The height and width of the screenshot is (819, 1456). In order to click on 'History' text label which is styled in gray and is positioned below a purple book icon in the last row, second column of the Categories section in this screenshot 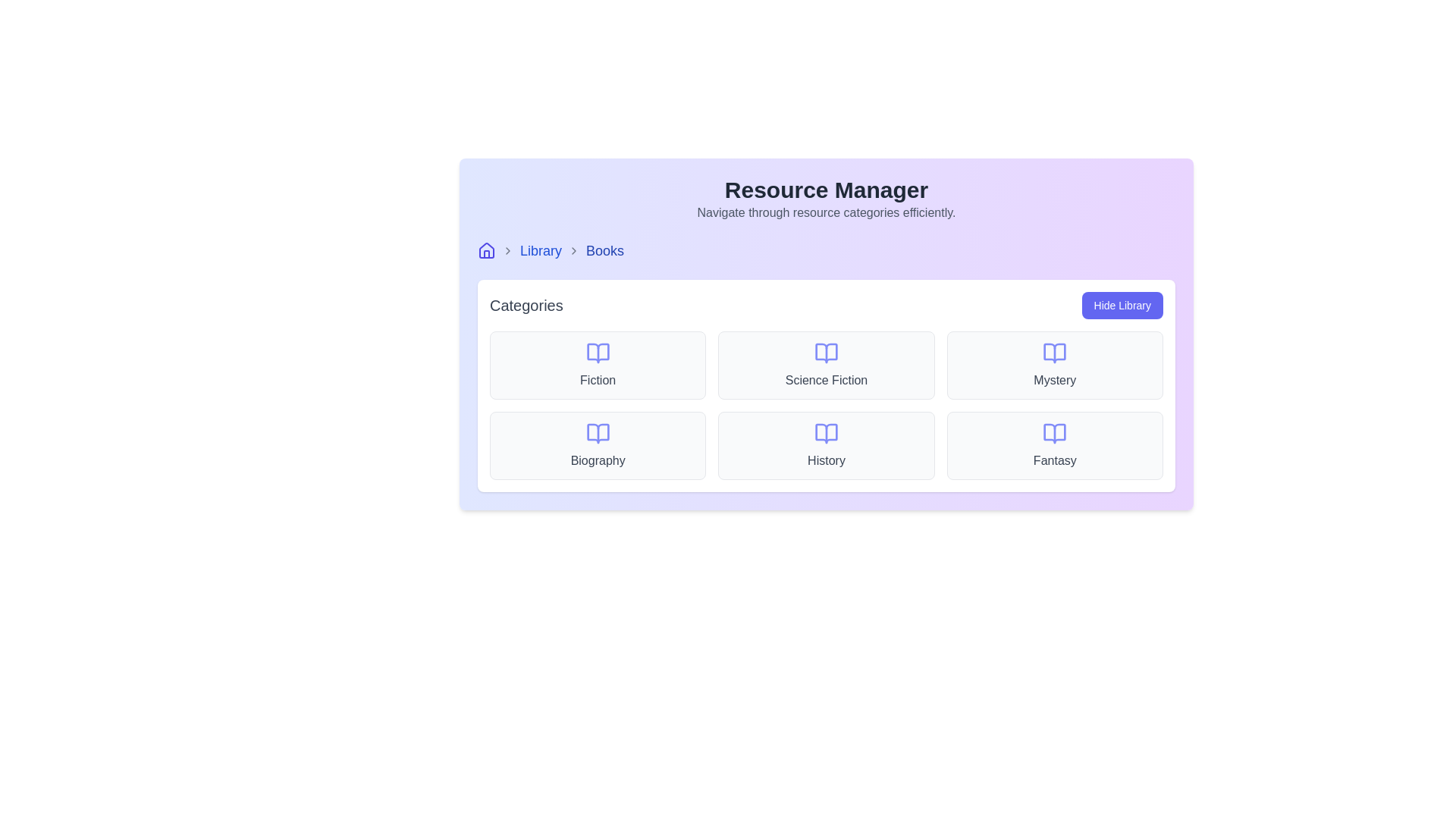, I will do `click(825, 460)`.